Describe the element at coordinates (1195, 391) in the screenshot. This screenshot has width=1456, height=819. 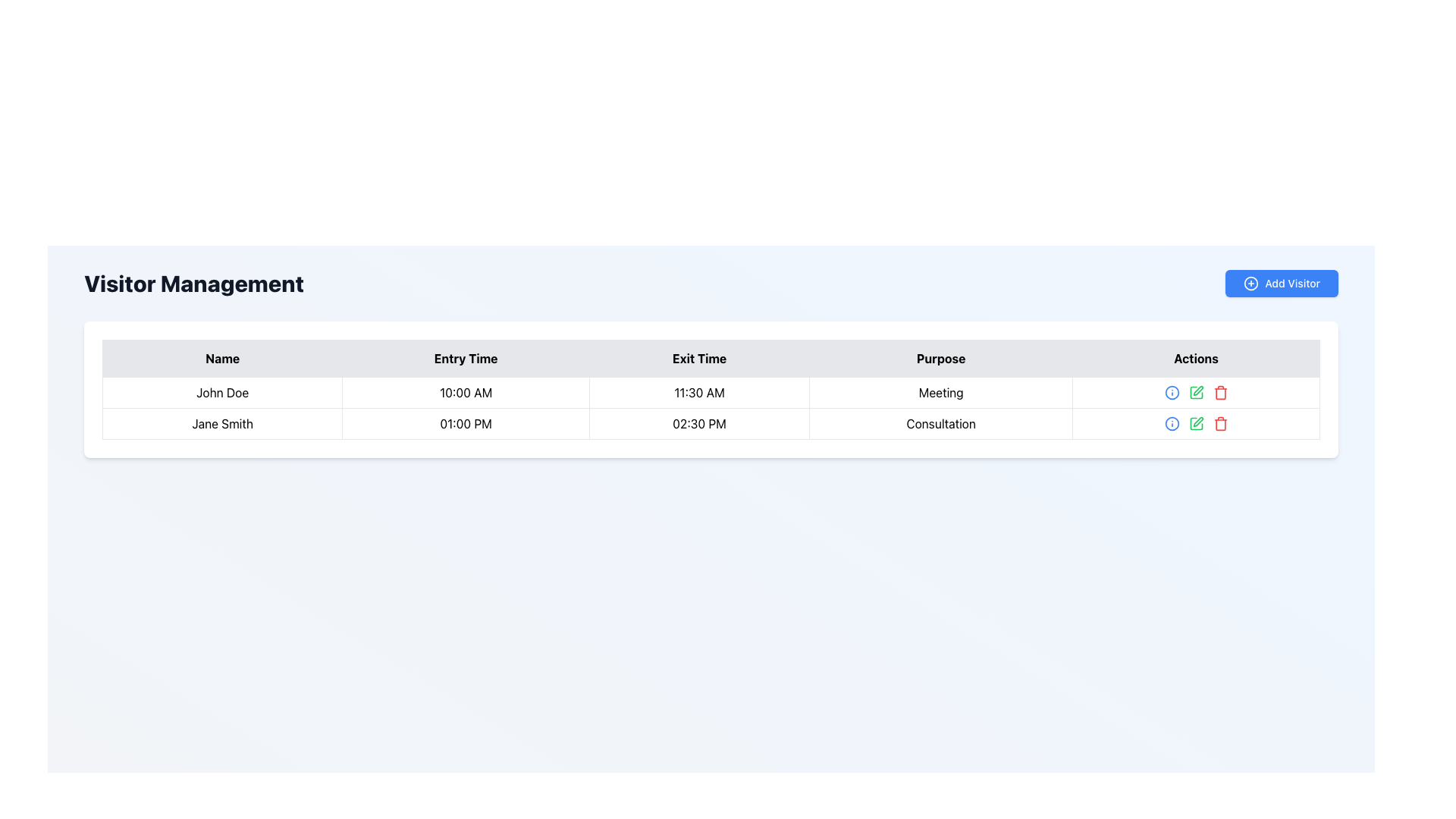
I see `the second interactive icon in the 'Actions' column of the second row of the table` at that location.